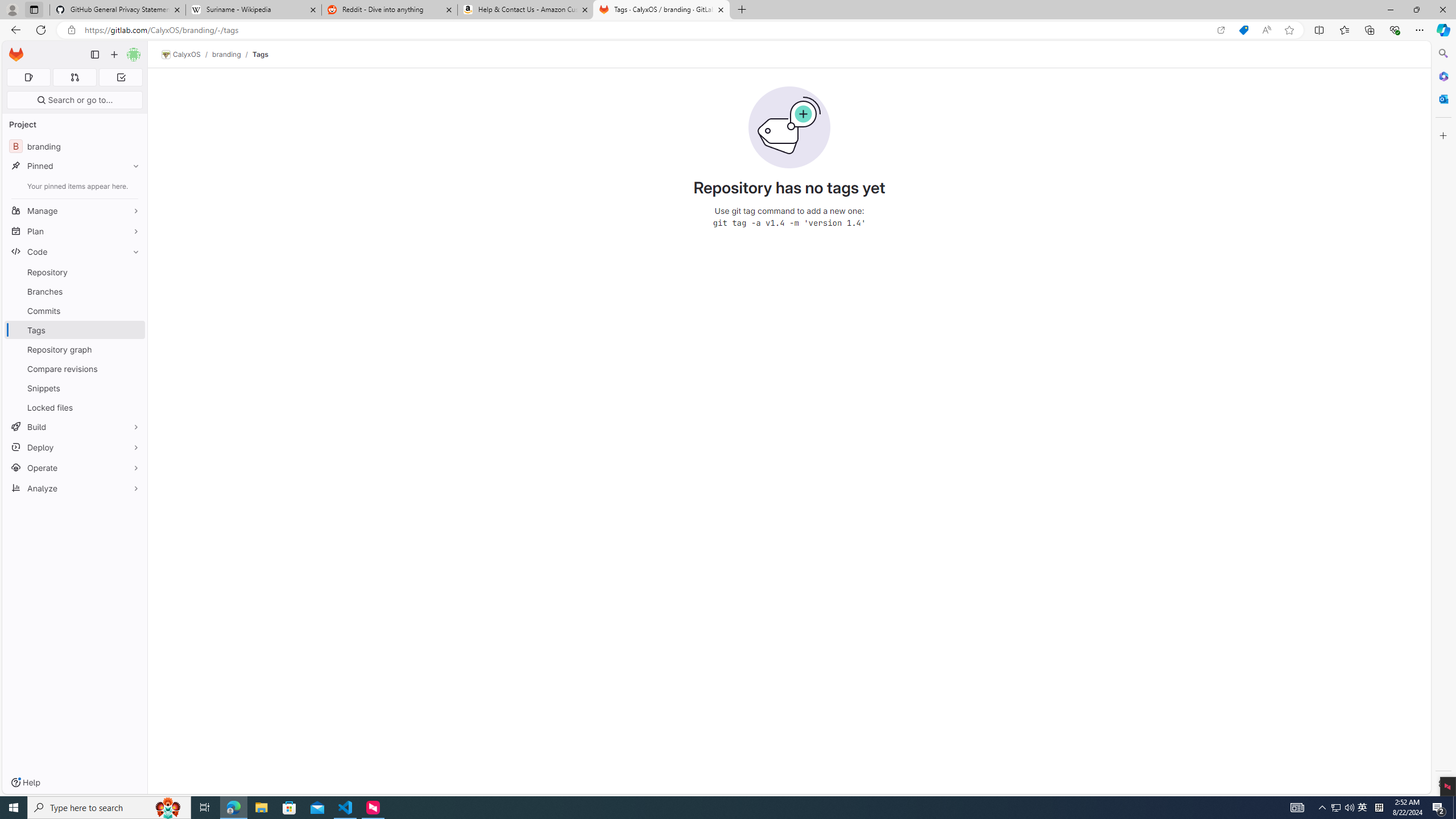  Describe the element at coordinates (74, 387) in the screenshot. I see `'Snippets'` at that location.